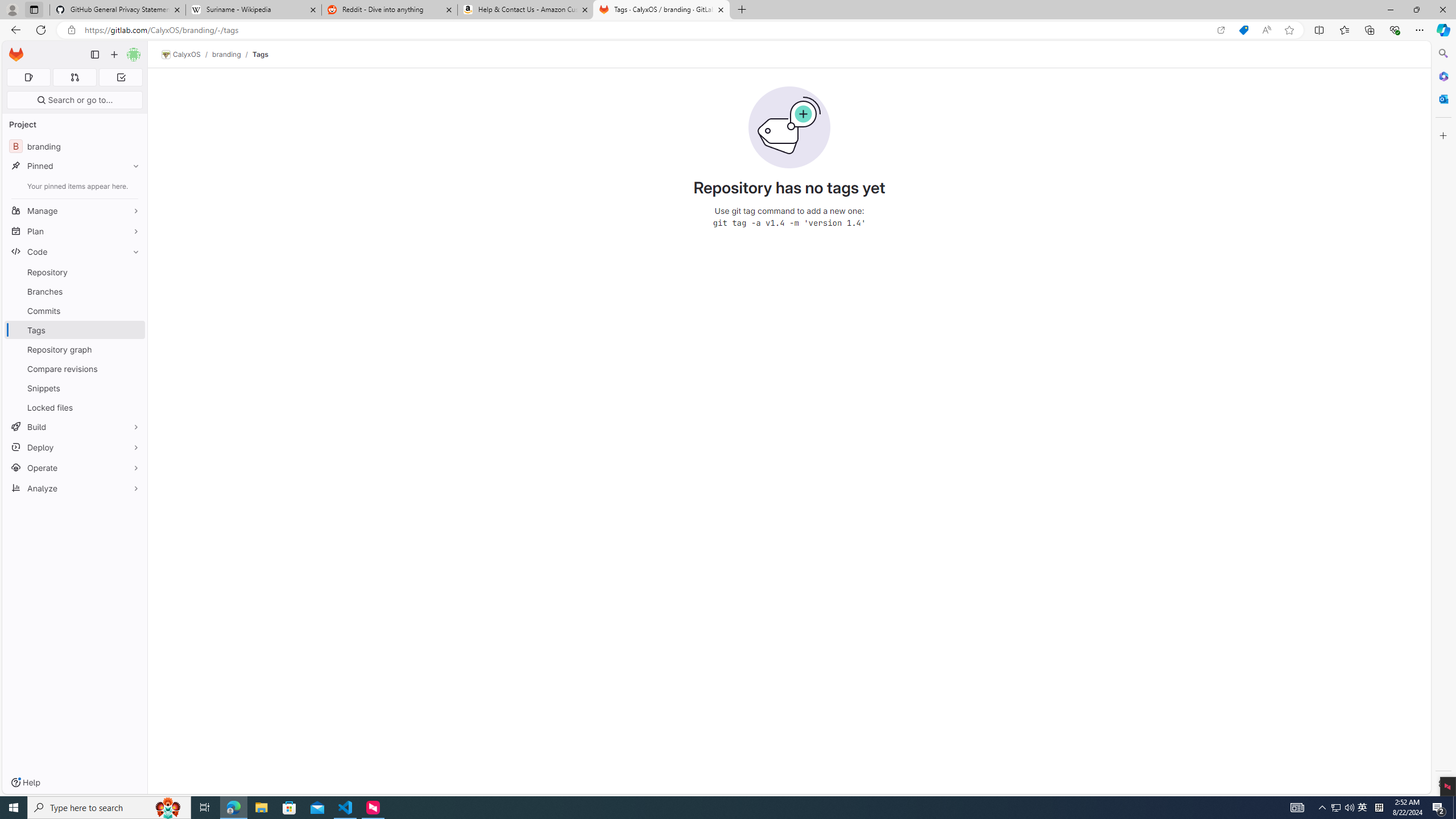  Describe the element at coordinates (74, 387) in the screenshot. I see `'Snippets'` at that location.